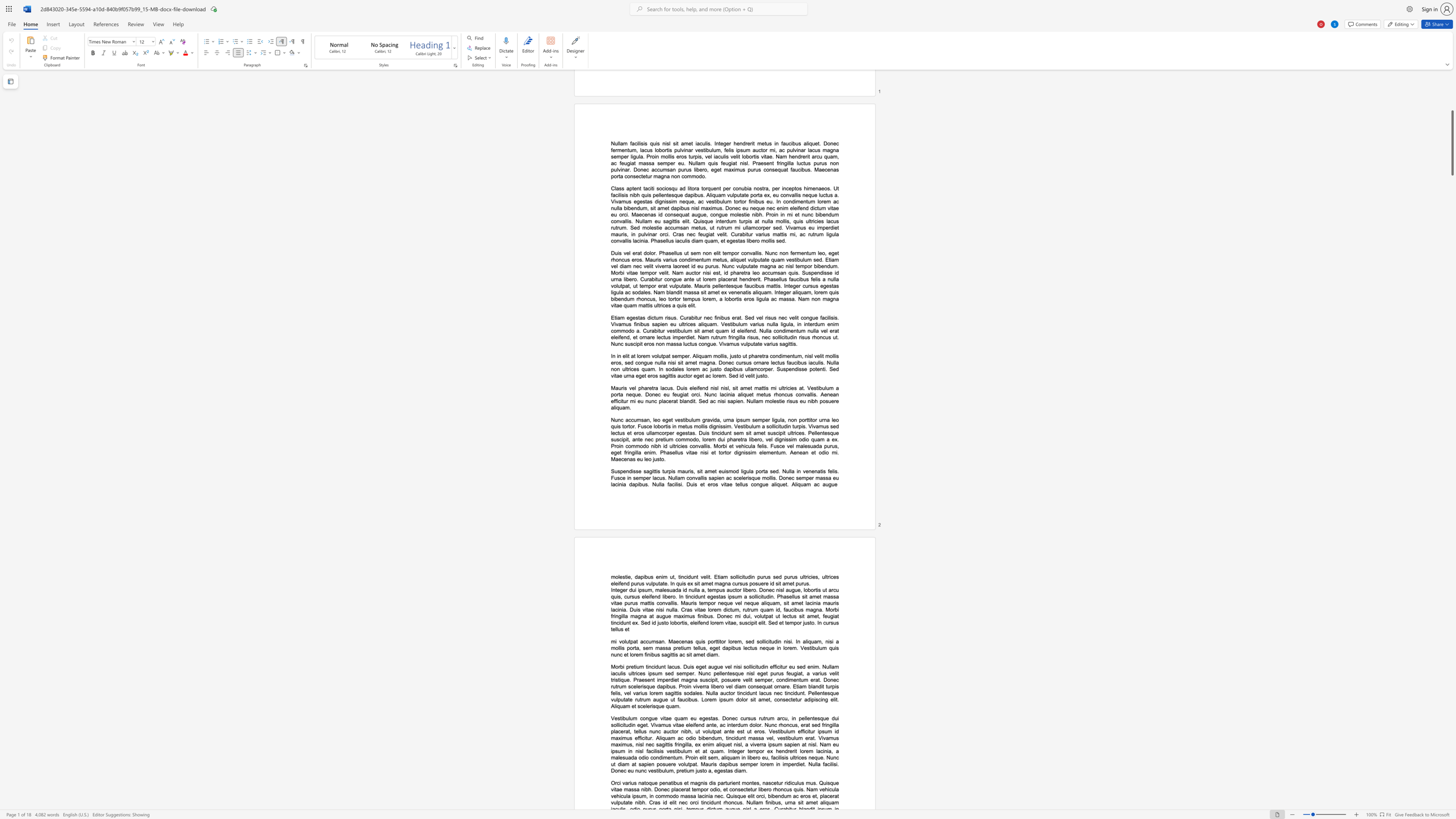 This screenshot has height=819, width=1456. I want to click on the subset text "convallis. Morbi et vehicula felis. Fusce vel malesuada purus, eget fringilla enim. Phasellus vitae nisi et tor" within the text "Nunc accumsan, leo eget vestibulum gravida, urna ipsum semper ligula, non porttitor urna leo quis tortor. Fusce lobortis in metus mollis dignissim. Vestibulum a sollicitudin turpis. Vivamus sed lectus et eros ullamcorper egestas. Duis tincidunt sem sit amet suscipit ultrices. Pellentesque suscipit, ante nec pretium commodo, lorem dui pharetra libero, vel dignissim odio quam a ex. Proin commodo nibh id ultricies convallis. Morbi et vehicula felis. Fusce vel malesuada purus, eget fringilla enim. Phasellus vitae nisi et tortor dignissim elementum. Aenean et odio mi. Maecenas eu leo justo.", so click(690, 445).